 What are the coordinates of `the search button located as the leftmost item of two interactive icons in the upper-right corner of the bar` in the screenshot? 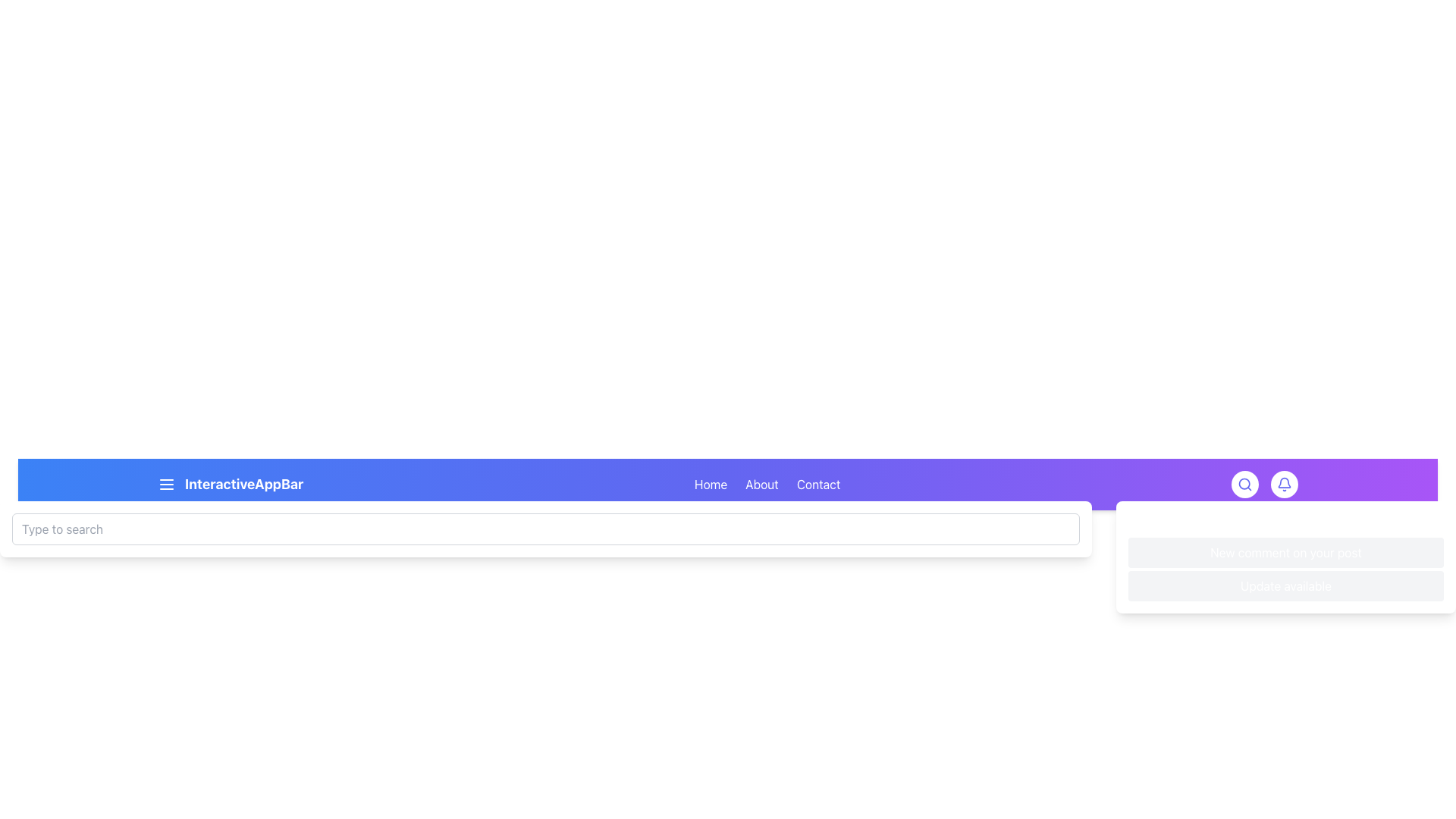 It's located at (1244, 485).